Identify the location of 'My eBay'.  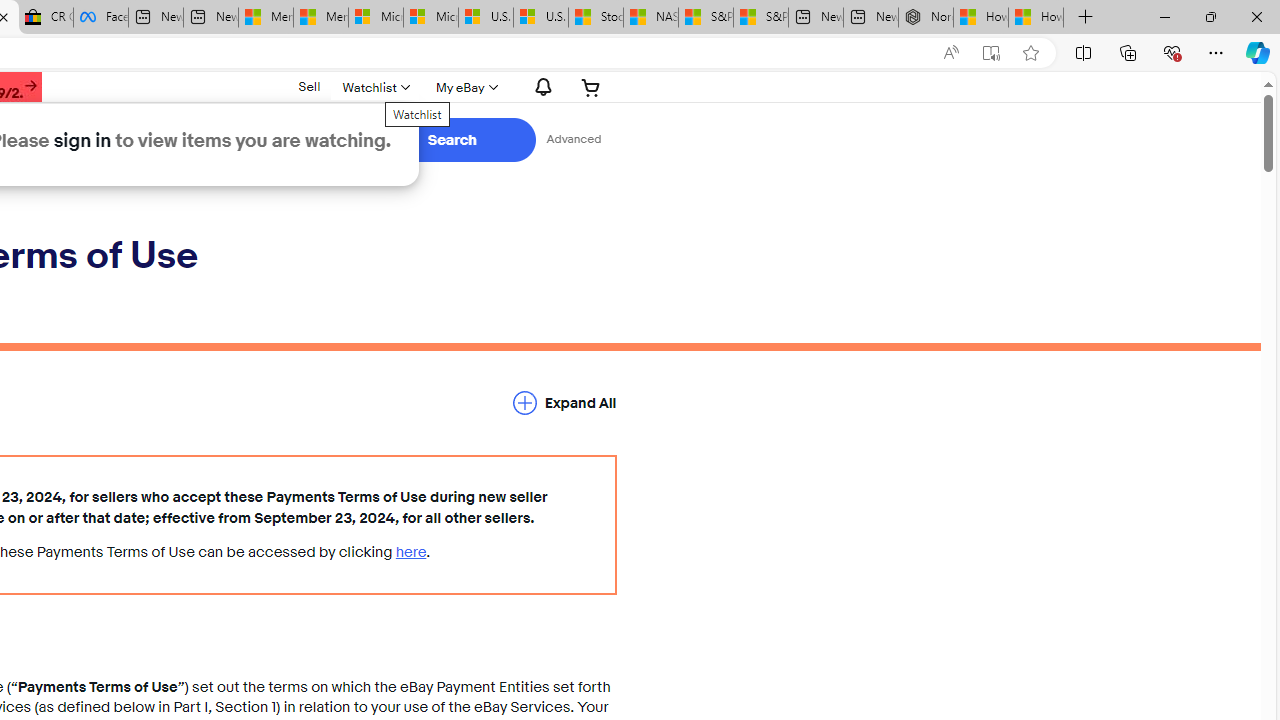
(464, 86).